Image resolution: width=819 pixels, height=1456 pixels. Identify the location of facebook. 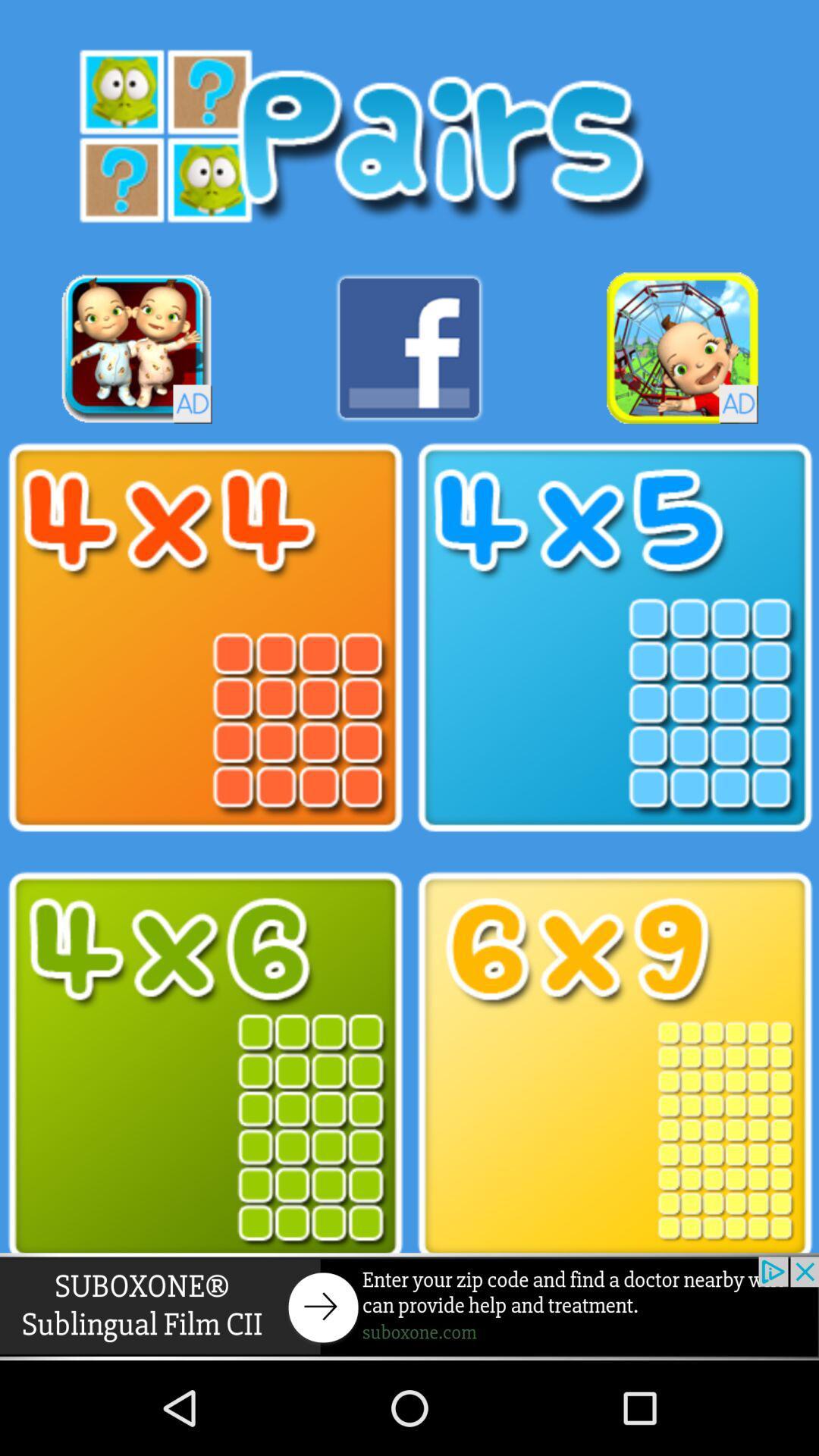
(409, 347).